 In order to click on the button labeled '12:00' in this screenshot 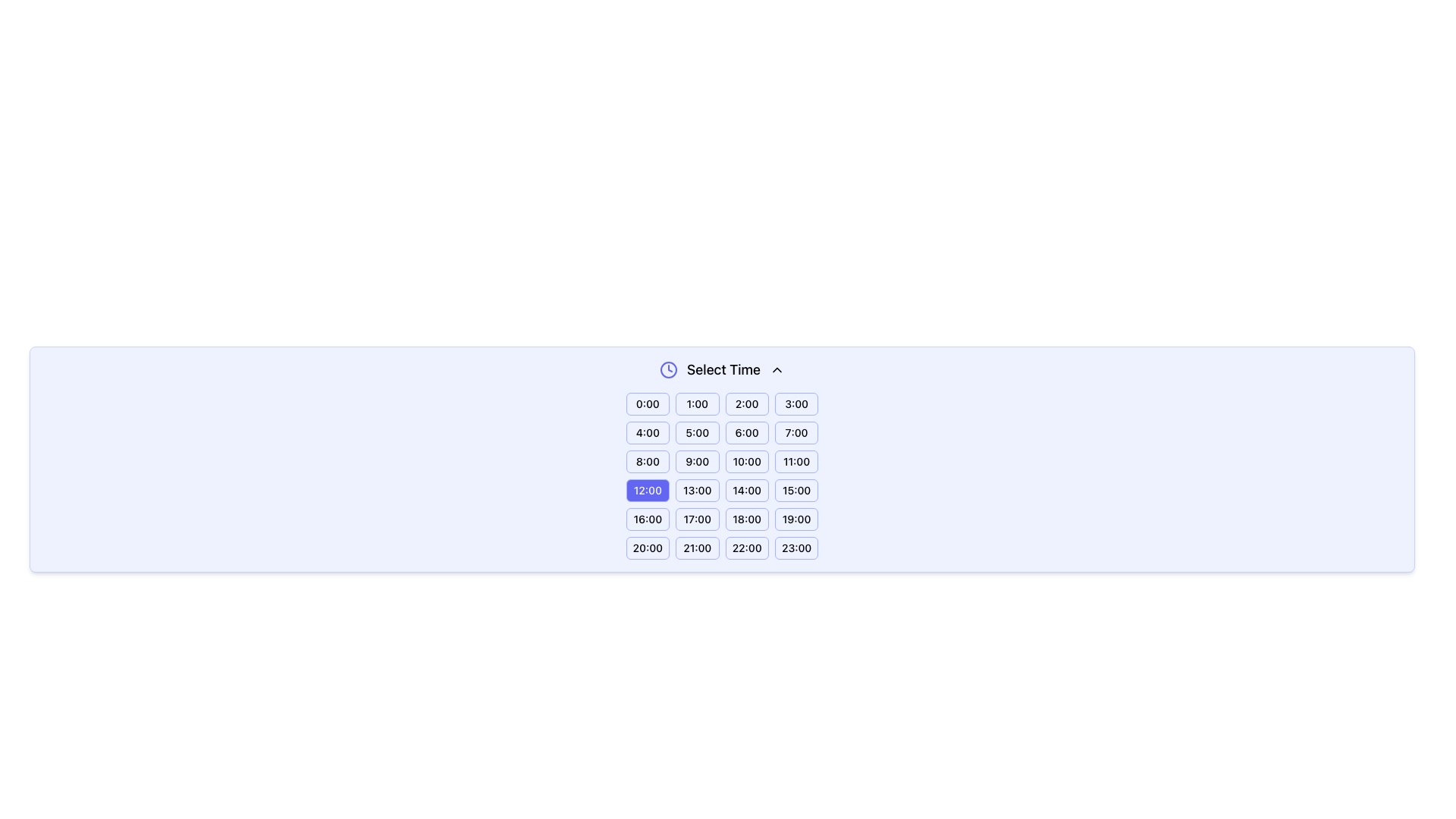, I will do `click(648, 491)`.